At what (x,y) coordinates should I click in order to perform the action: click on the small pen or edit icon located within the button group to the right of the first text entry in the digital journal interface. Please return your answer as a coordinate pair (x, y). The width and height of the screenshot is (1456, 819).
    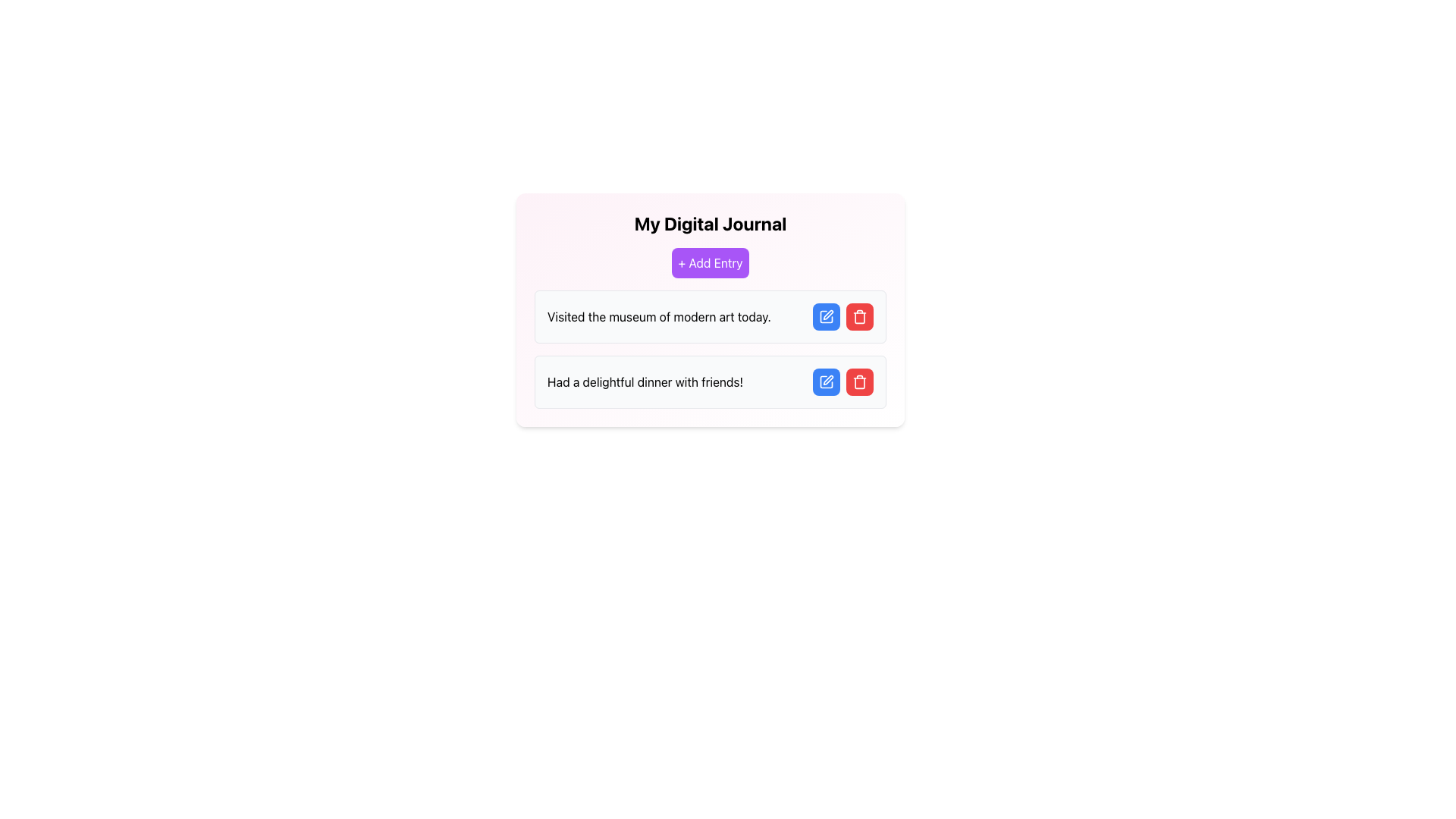
    Looking at the image, I should click on (827, 314).